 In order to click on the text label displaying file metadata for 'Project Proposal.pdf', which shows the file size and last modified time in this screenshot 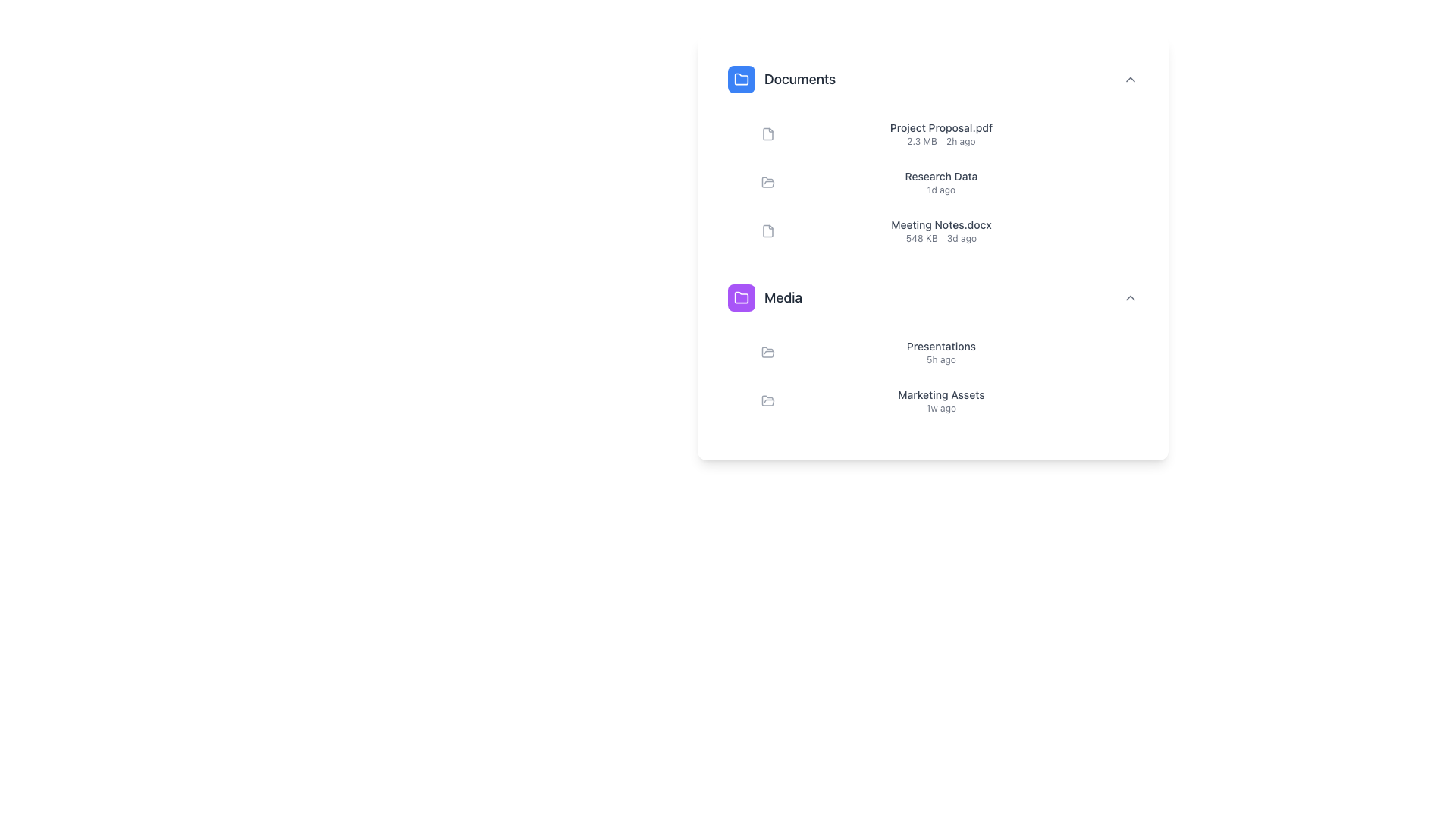, I will do `click(940, 141)`.